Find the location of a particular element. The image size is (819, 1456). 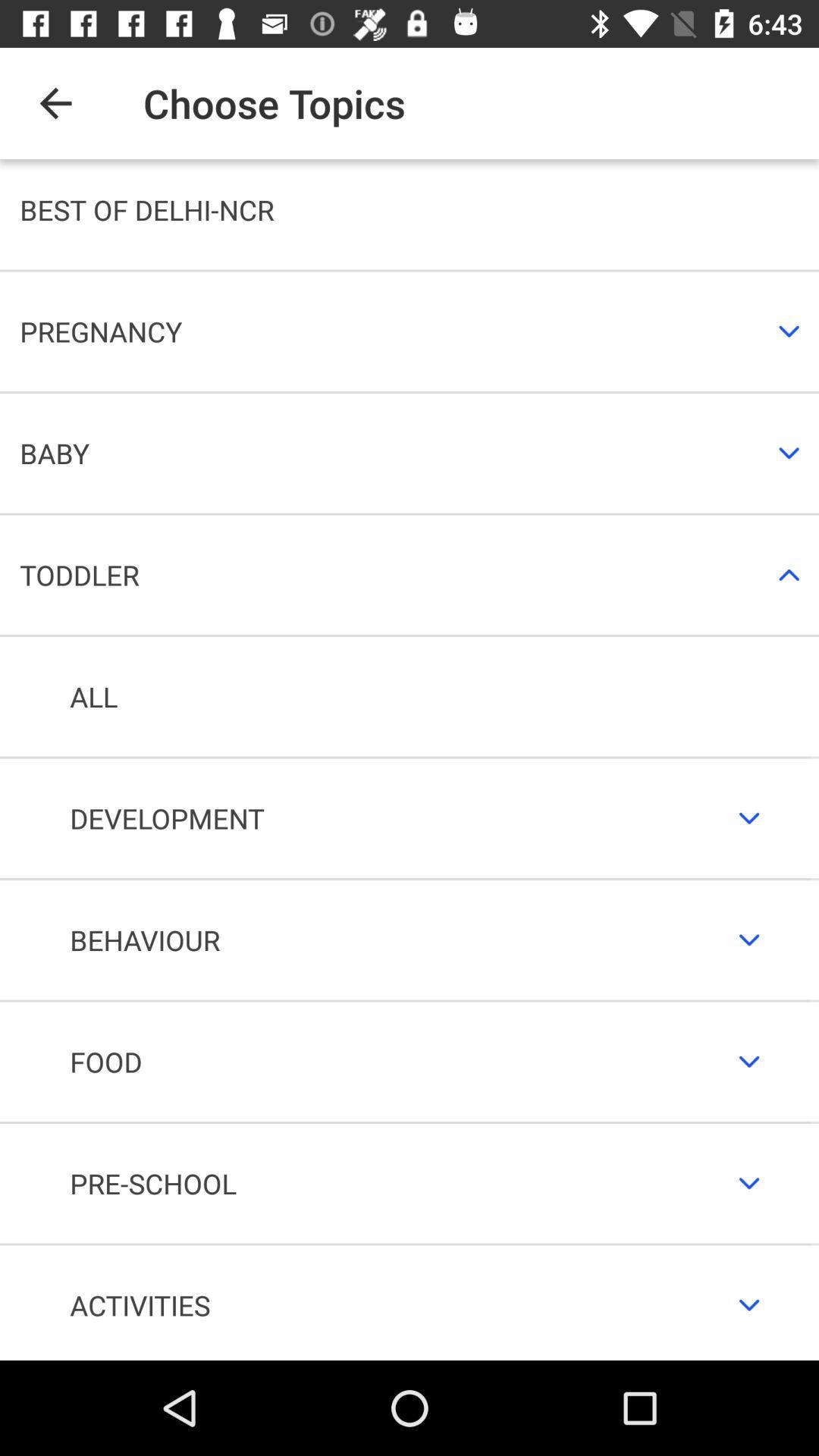

icon above best of delhi item is located at coordinates (55, 102).